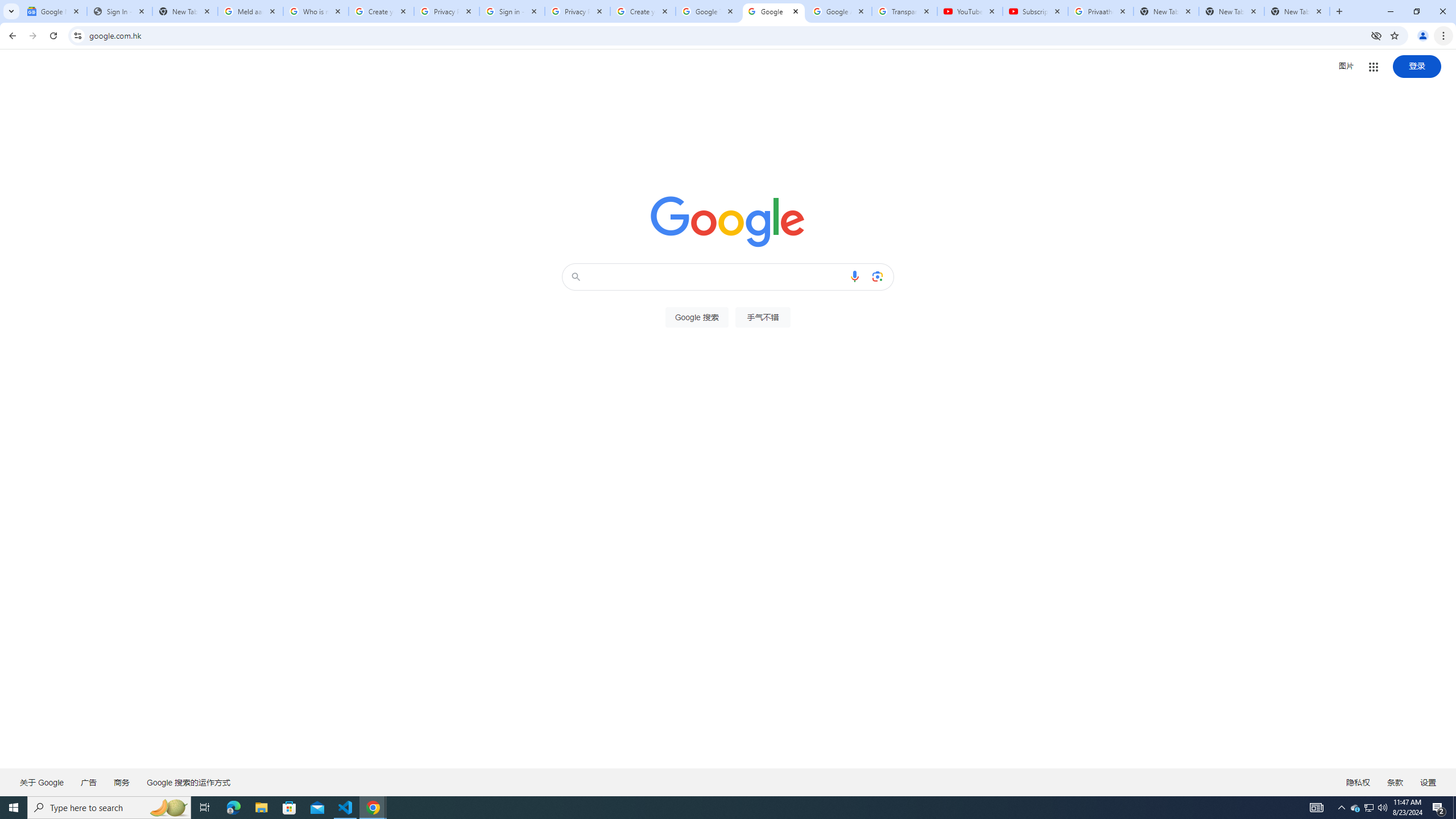 The height and width of the screenshot is (819, 1456). Describe the element at coordinates (643, 11) in the screenshot. I see `'Create your Google Account'` at that location.